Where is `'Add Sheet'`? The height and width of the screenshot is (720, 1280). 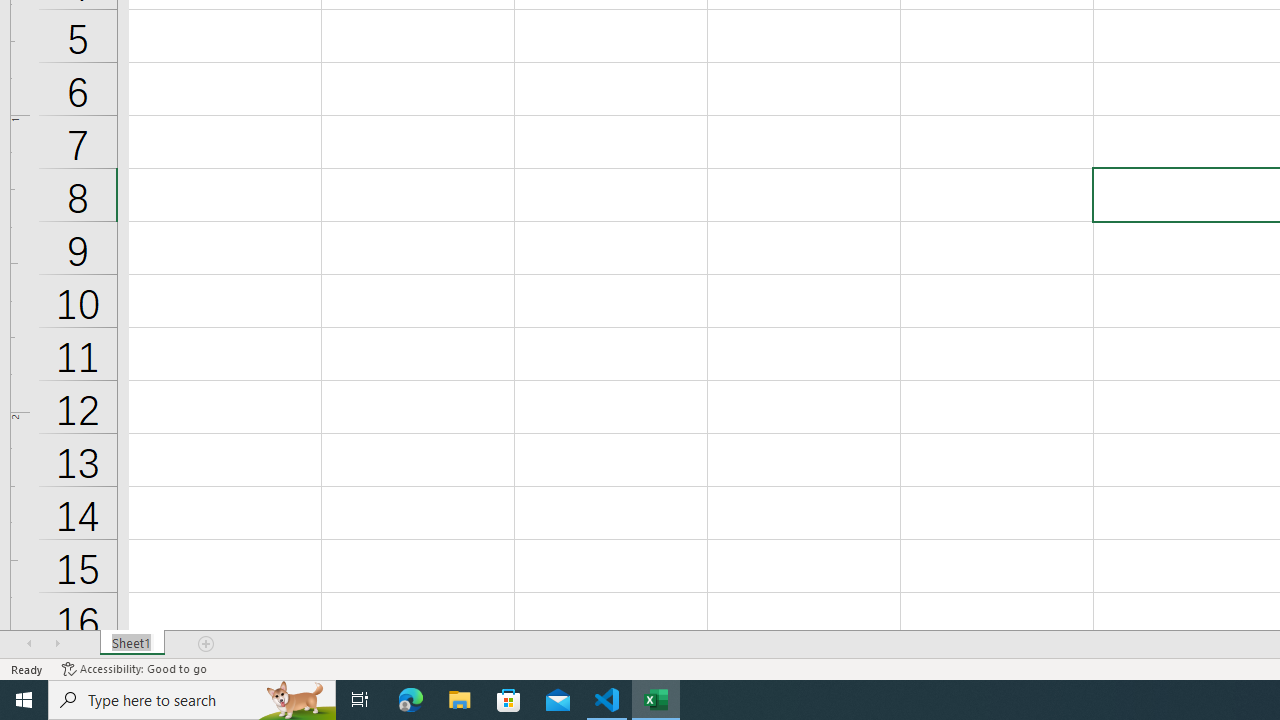 'Add Sheet' is located at coordinates (207, 644).